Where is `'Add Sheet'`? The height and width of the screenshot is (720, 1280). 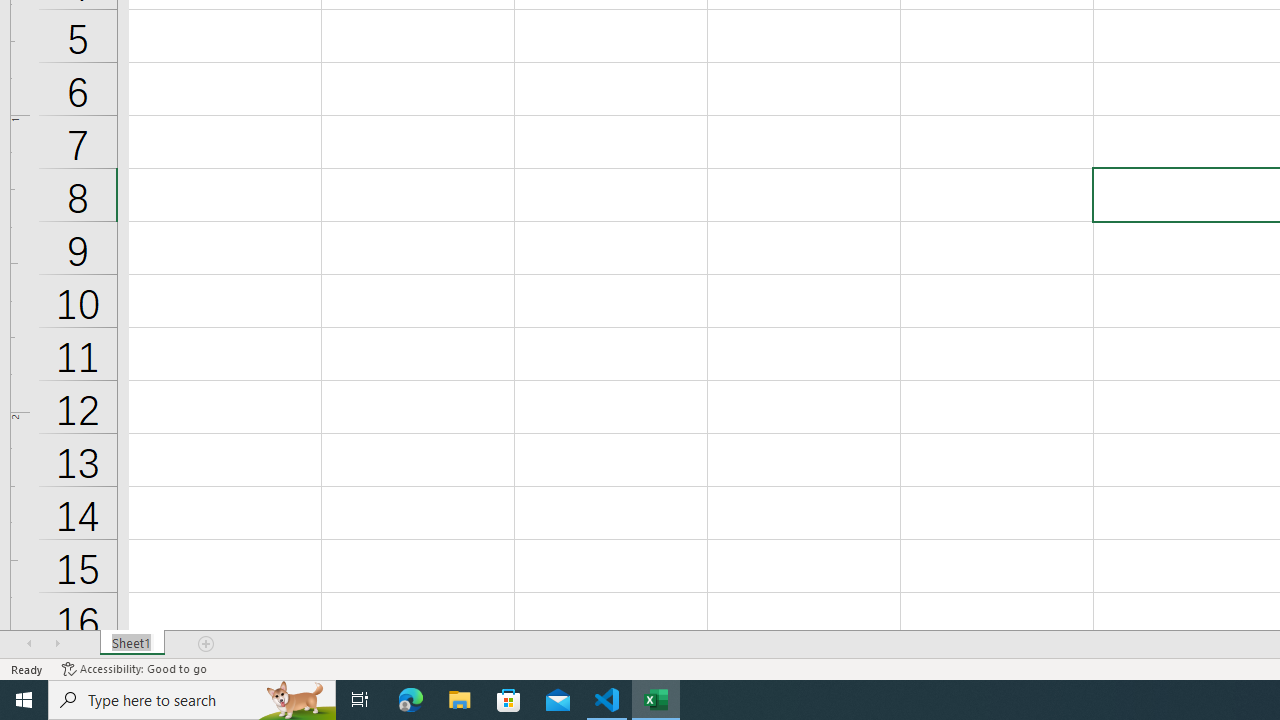 'Add Sheet' is located at coordinates (207, 644).